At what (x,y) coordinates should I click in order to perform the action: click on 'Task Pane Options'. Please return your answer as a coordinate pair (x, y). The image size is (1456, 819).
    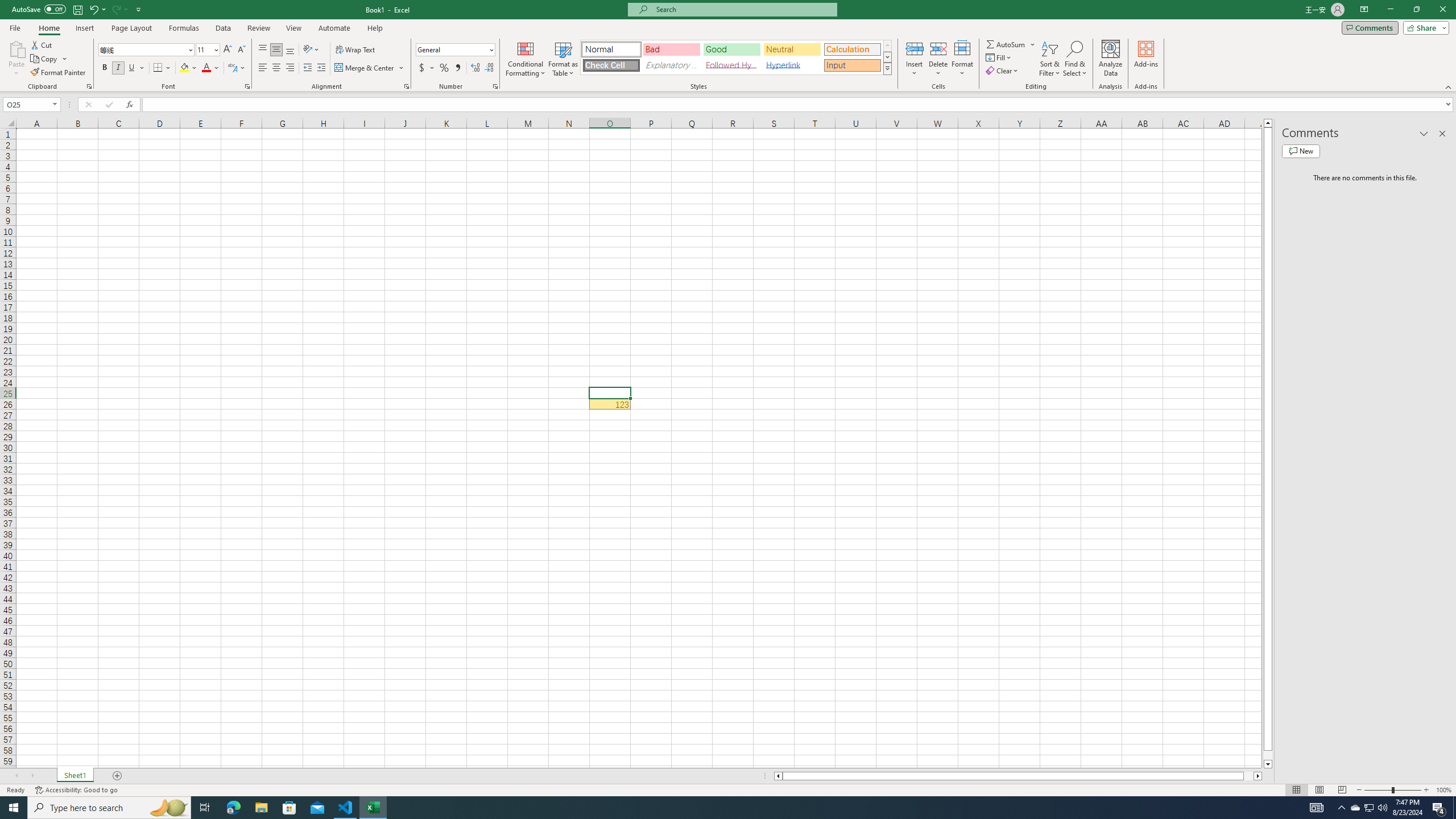
    Looking at the image, I should click on (1423, 133).